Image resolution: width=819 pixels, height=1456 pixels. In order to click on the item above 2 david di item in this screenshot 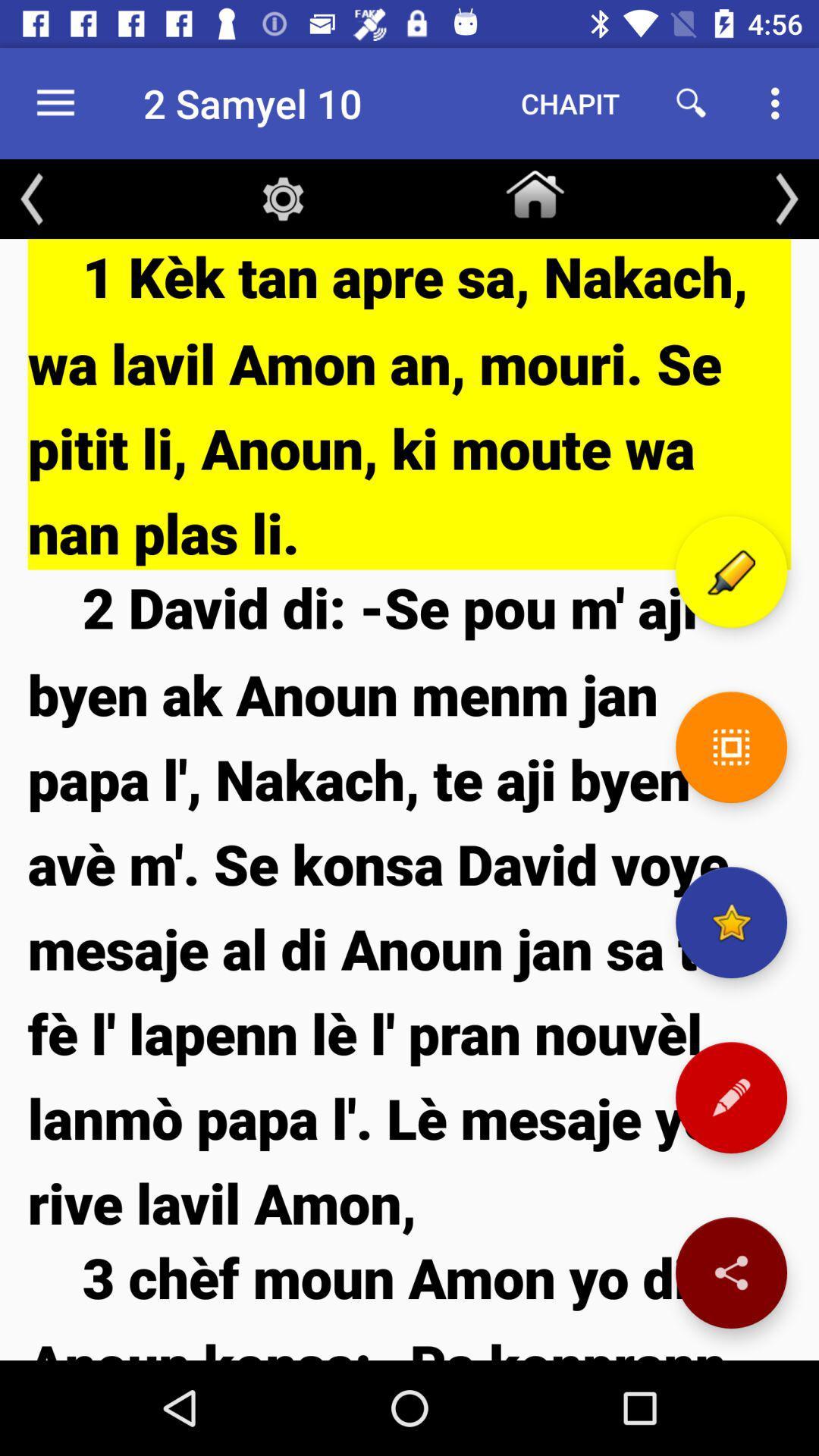, I will do `click(409, 404)`.